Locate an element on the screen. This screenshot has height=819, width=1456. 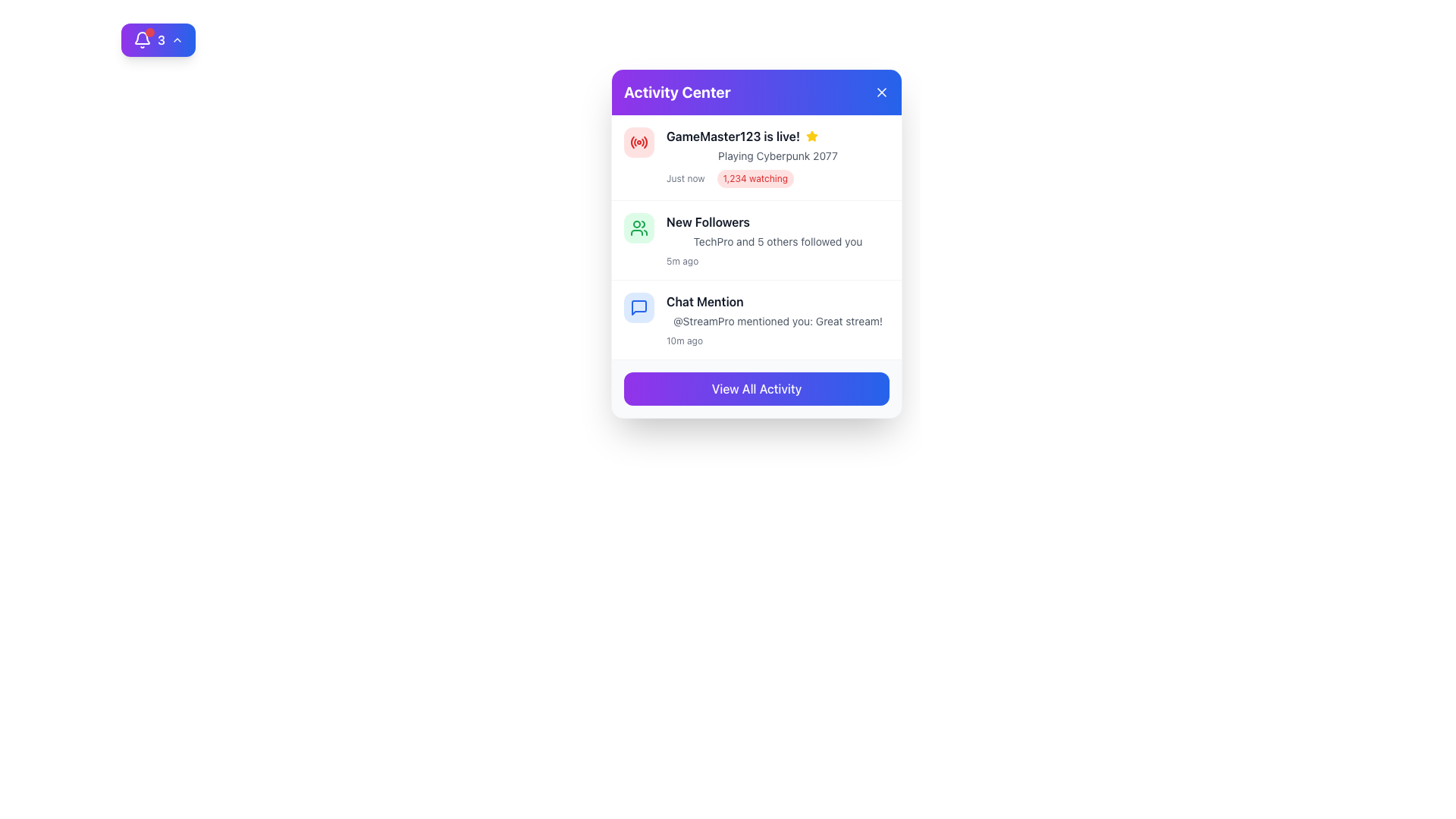
the small, non-interactive diagonal cross icon located in the top-right corner of the purple header of the 'Activity Center' card is located at coordinates (881, 93).